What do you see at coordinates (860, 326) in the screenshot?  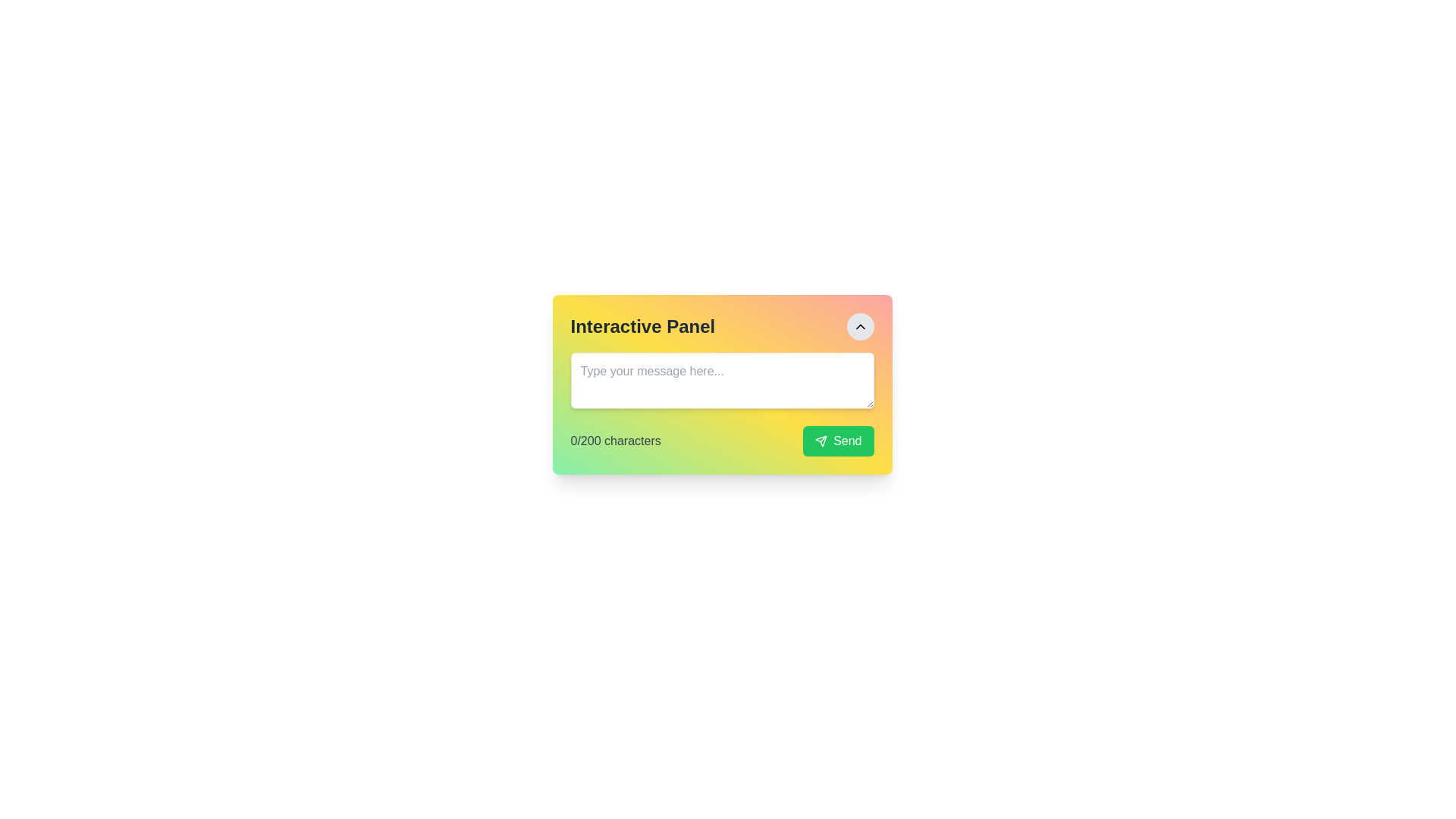 I see `the interactive toggle button located in the top right corner of the 'Interactive Panel'` at bounding box center [860, 326].